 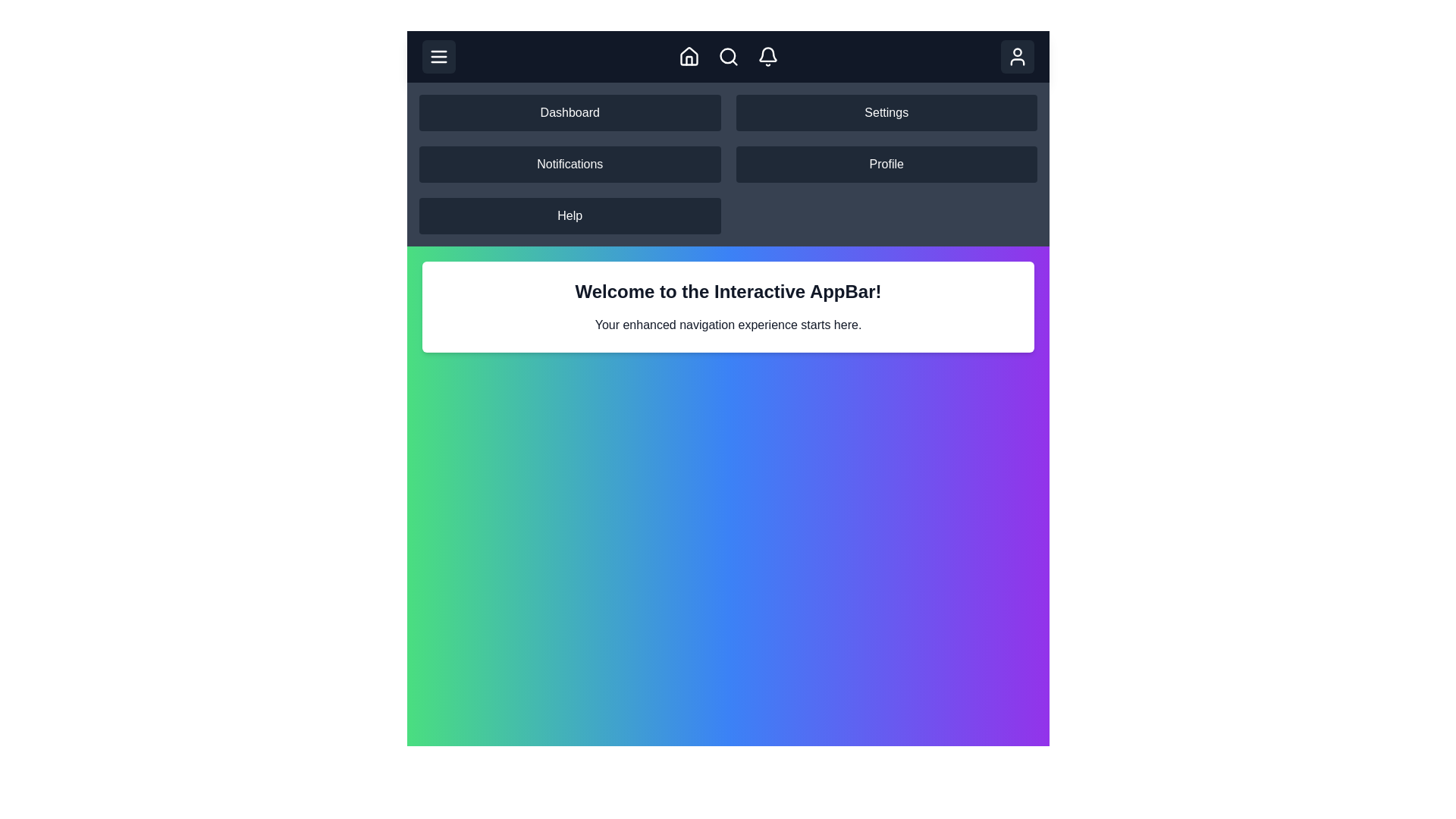 I want to click on the Home button in the navigation bar, so click(x=688, y=55).